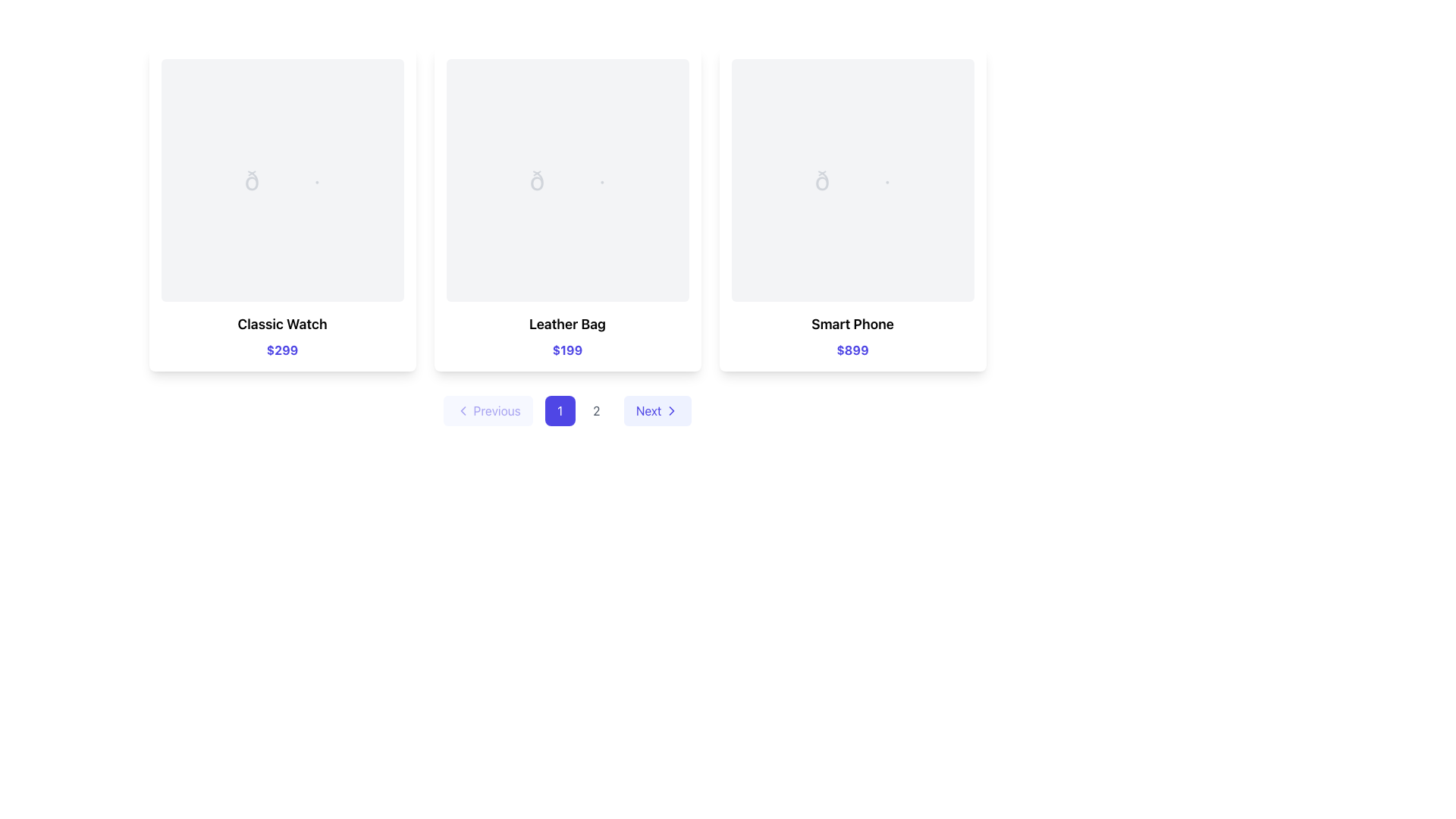  I want to click on the chevron icon within the 'Next' button in the pagination bar to advance to the next set of items, so click(671, 411).